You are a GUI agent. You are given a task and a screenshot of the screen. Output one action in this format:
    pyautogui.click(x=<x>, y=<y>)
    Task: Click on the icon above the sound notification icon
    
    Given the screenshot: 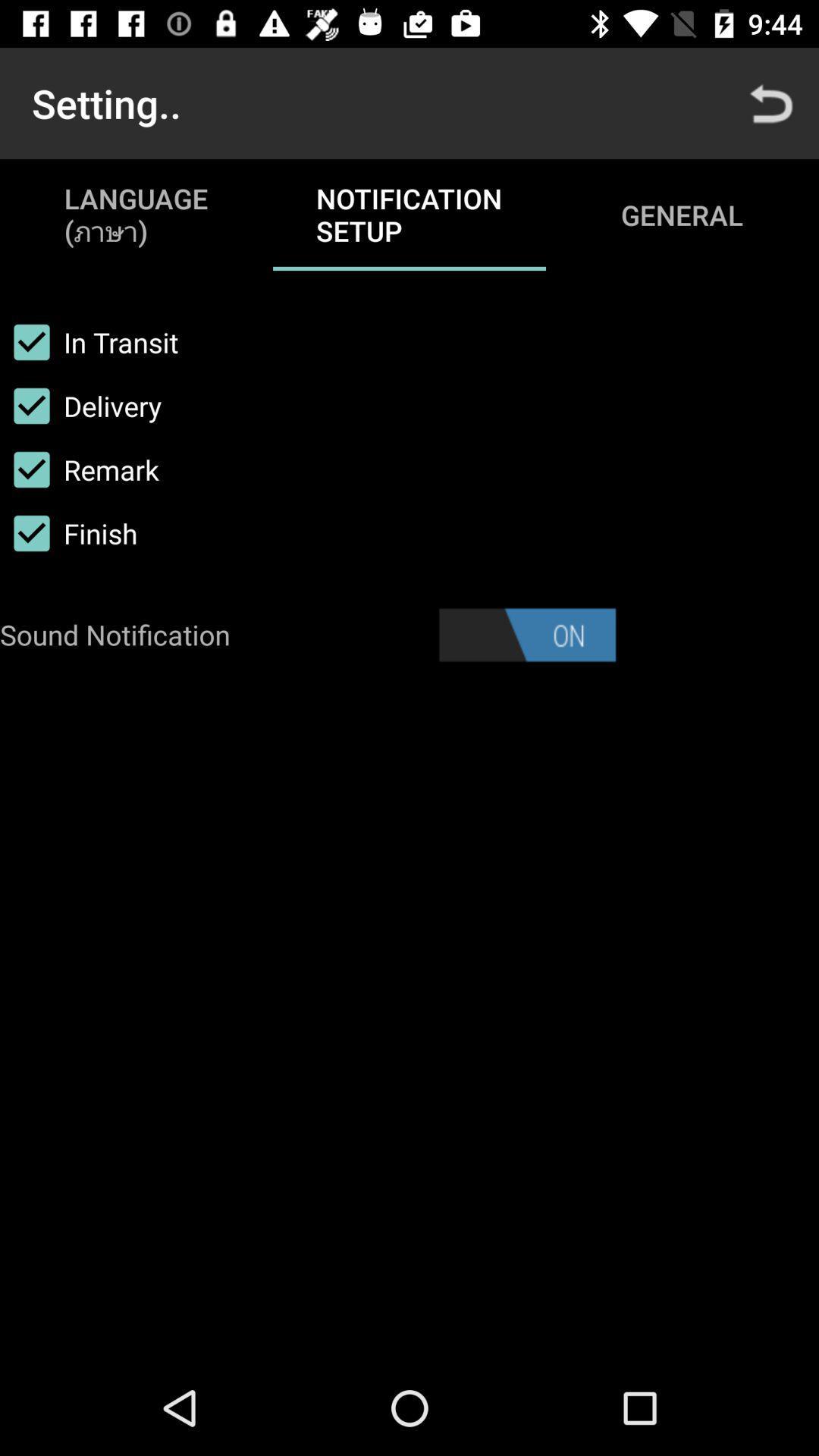 What is the action you would take?
    pyautogui.click(x=68, y=533)
    